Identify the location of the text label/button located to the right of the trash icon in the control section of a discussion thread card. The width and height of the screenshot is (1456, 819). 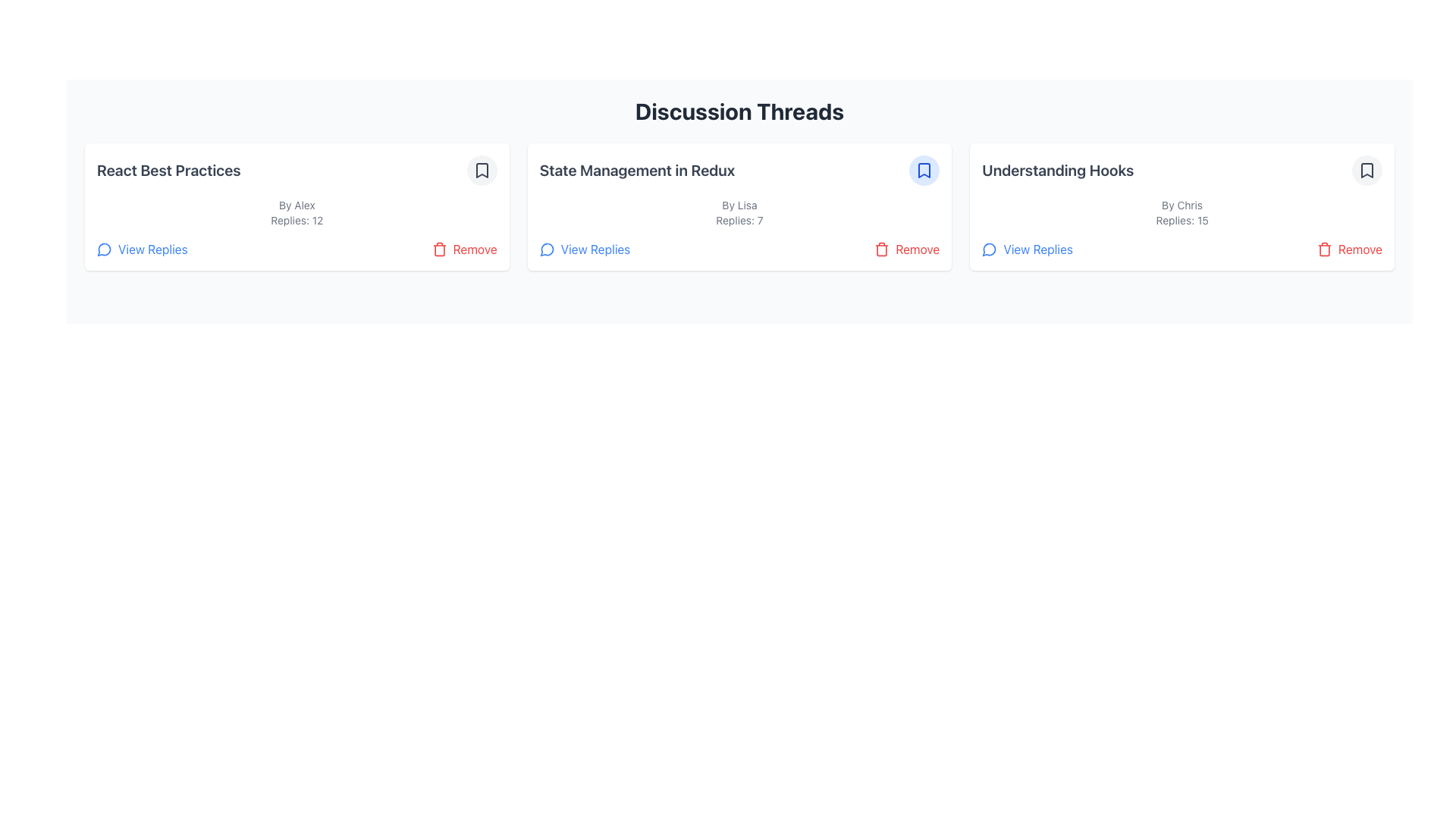
(917, 248).